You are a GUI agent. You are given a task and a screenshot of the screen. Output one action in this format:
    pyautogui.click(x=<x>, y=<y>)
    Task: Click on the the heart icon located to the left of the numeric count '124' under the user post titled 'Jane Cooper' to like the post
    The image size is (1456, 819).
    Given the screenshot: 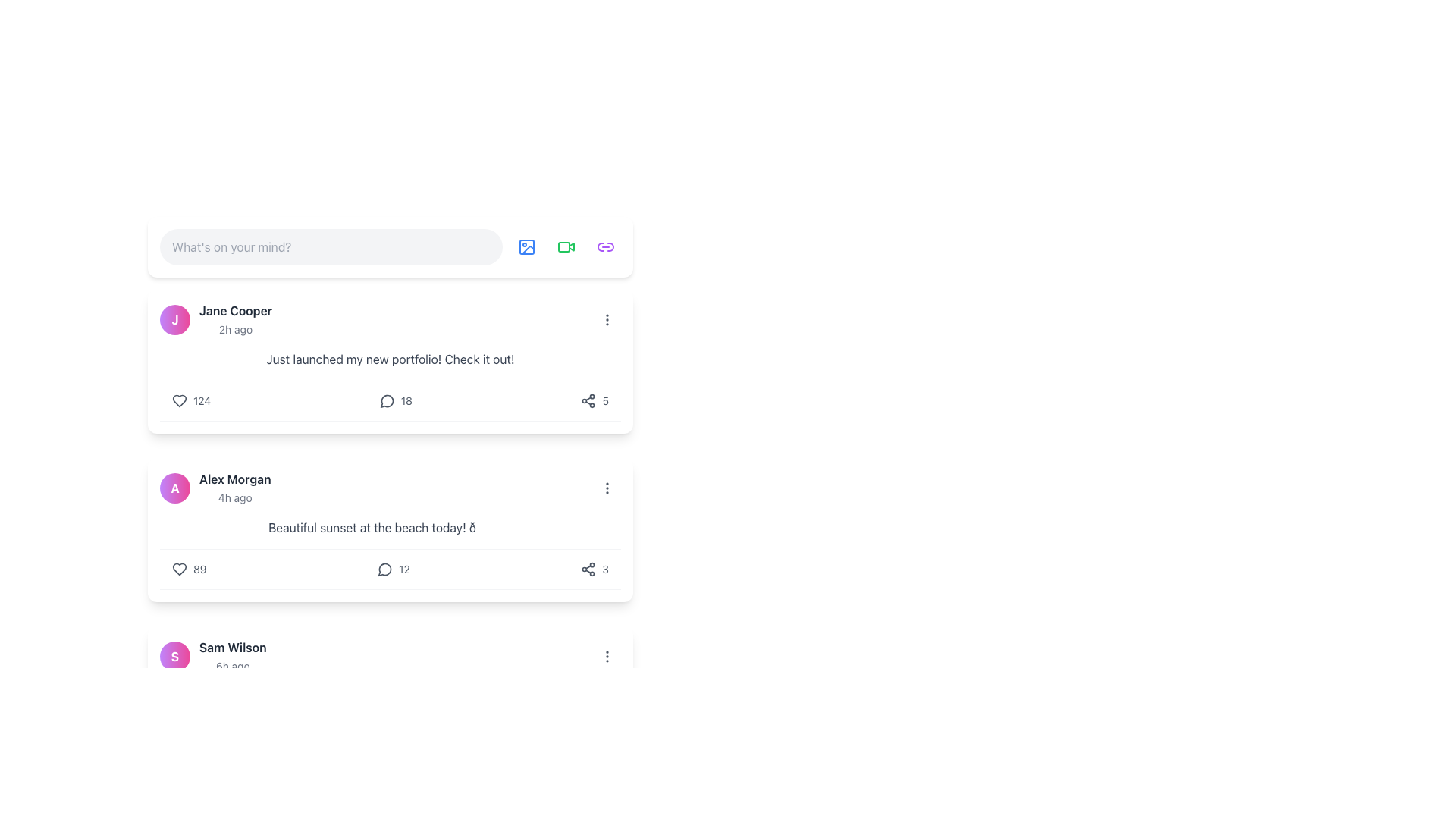 What is the action you would take?
    pyautogui.click(x=179, y=400)
    